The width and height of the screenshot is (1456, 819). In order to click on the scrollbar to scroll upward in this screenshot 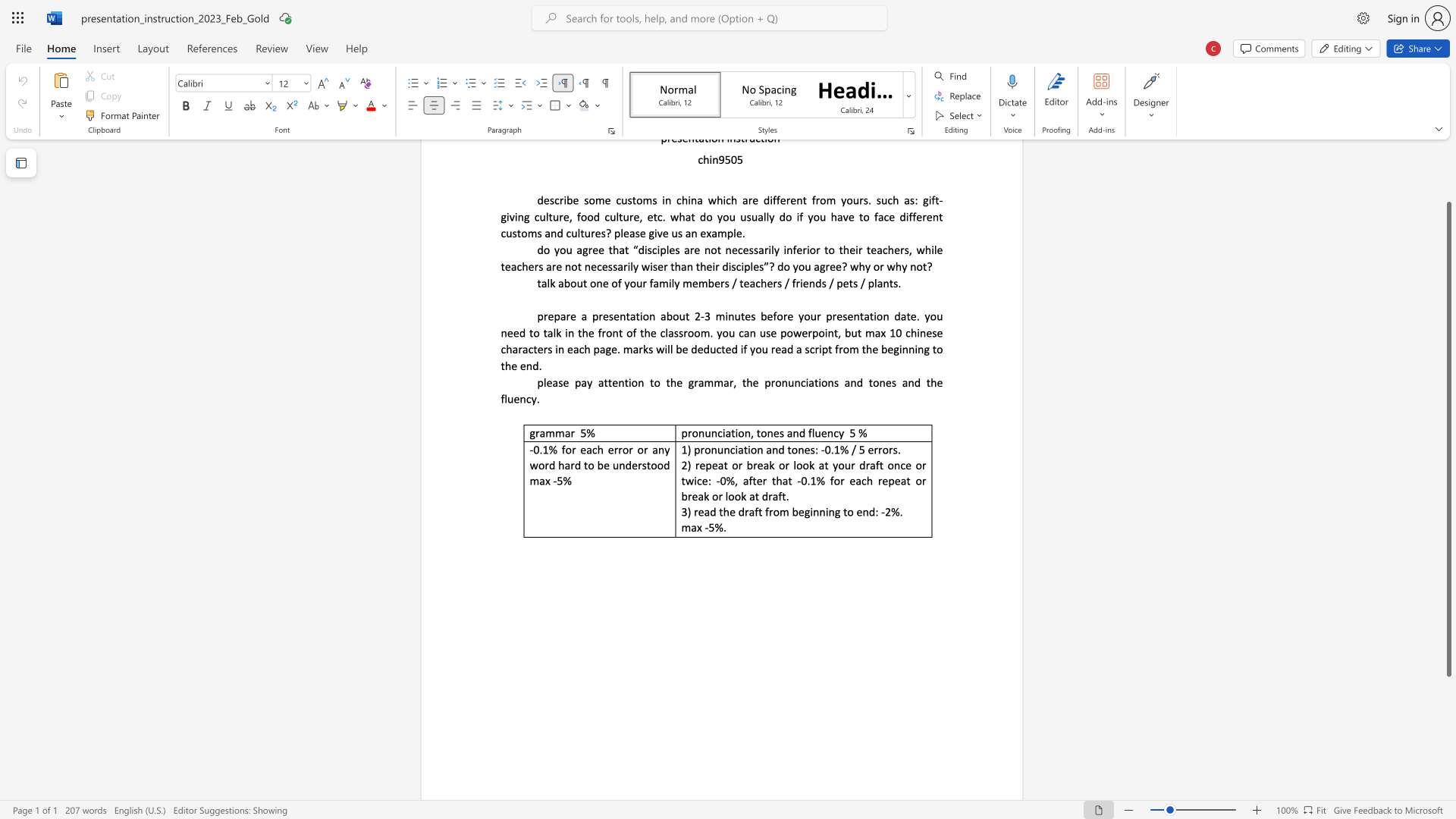, I will do `click(1448, 174)`.